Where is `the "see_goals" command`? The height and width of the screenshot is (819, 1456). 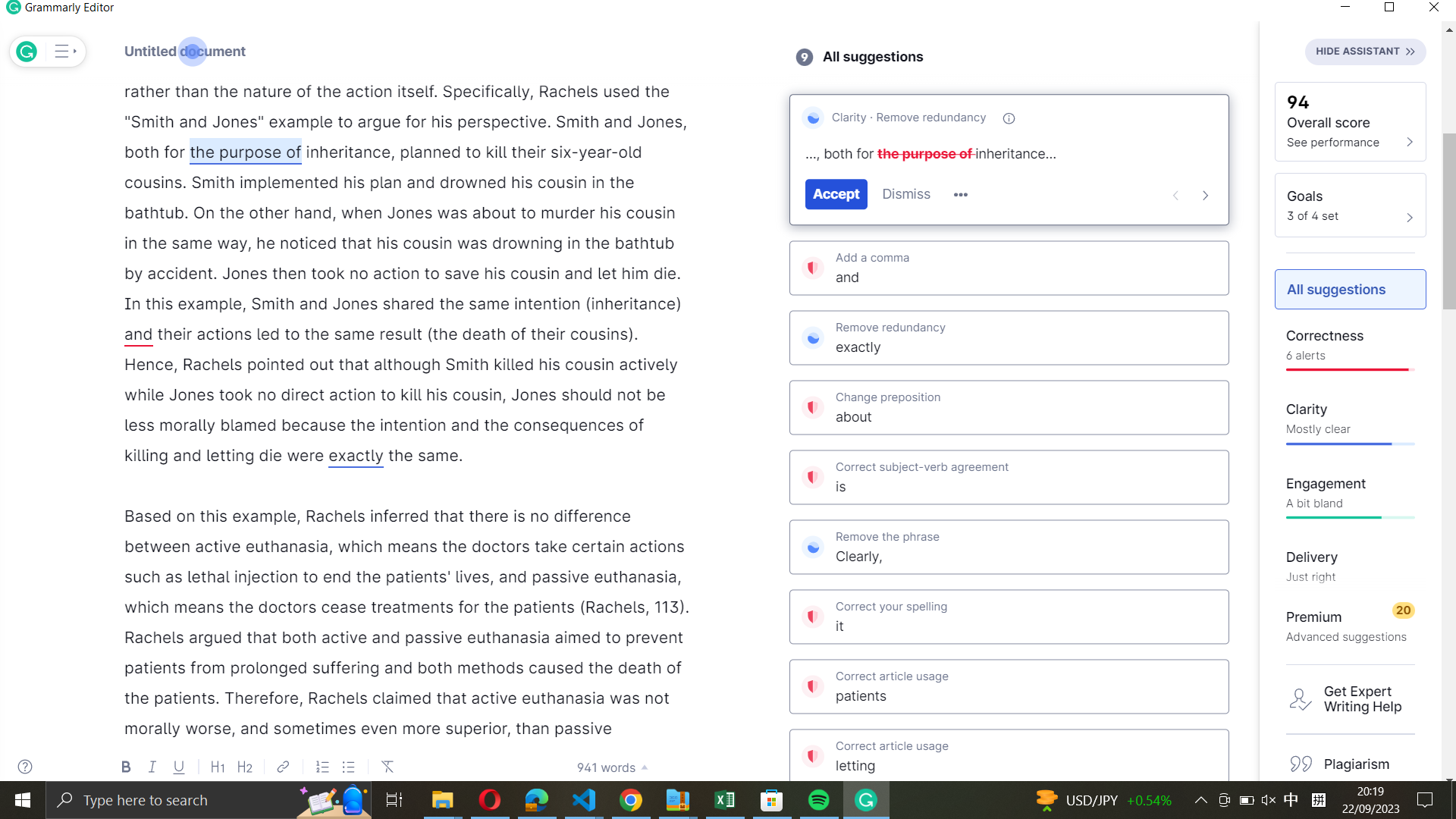
the "see_goals" command is located at coordinates (1350, 203).